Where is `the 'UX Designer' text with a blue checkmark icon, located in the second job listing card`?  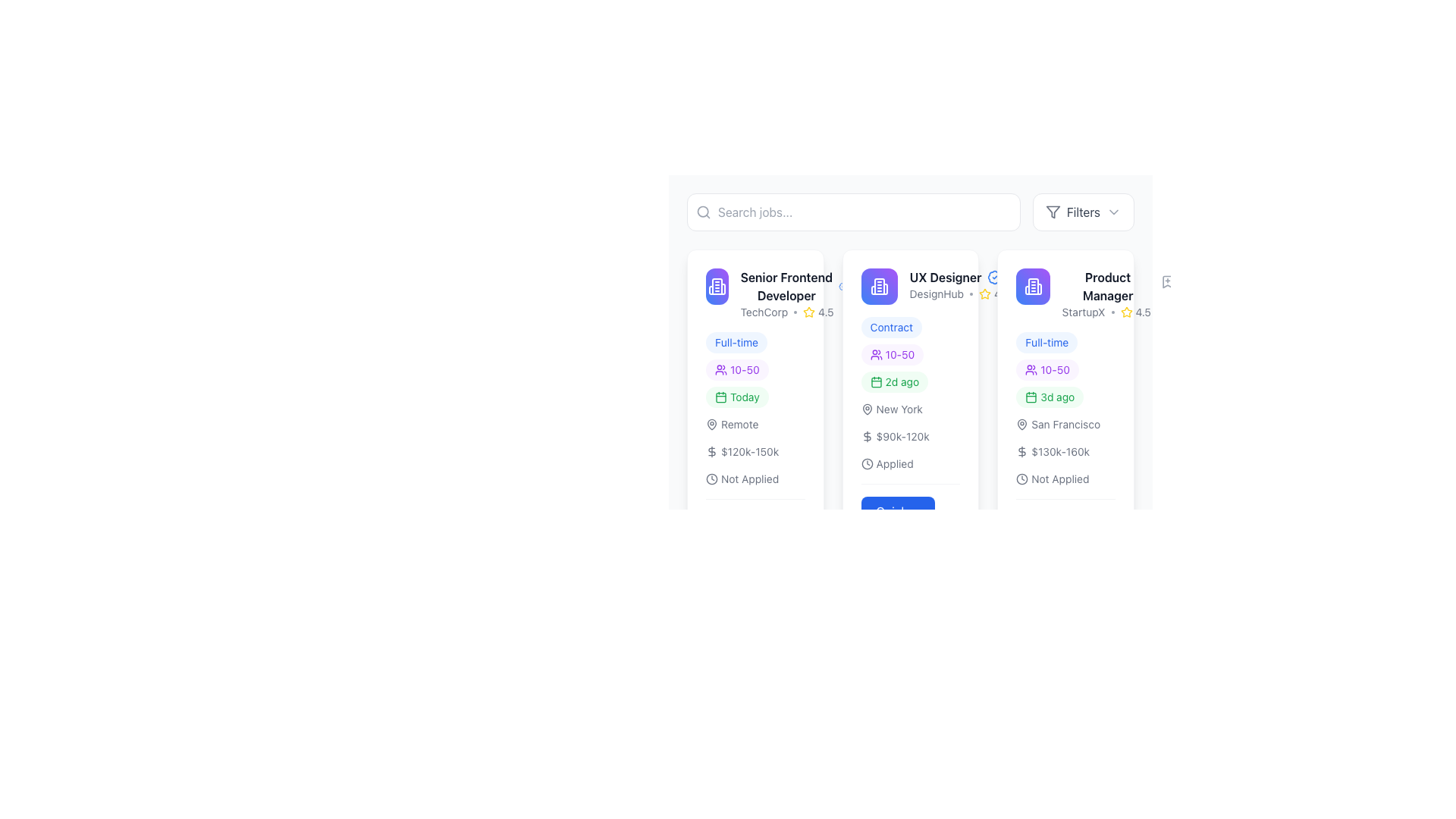 the 'UX Designer' text with a blue checkmark icon, located in the second job listing card is located at coordinates (959, 278).